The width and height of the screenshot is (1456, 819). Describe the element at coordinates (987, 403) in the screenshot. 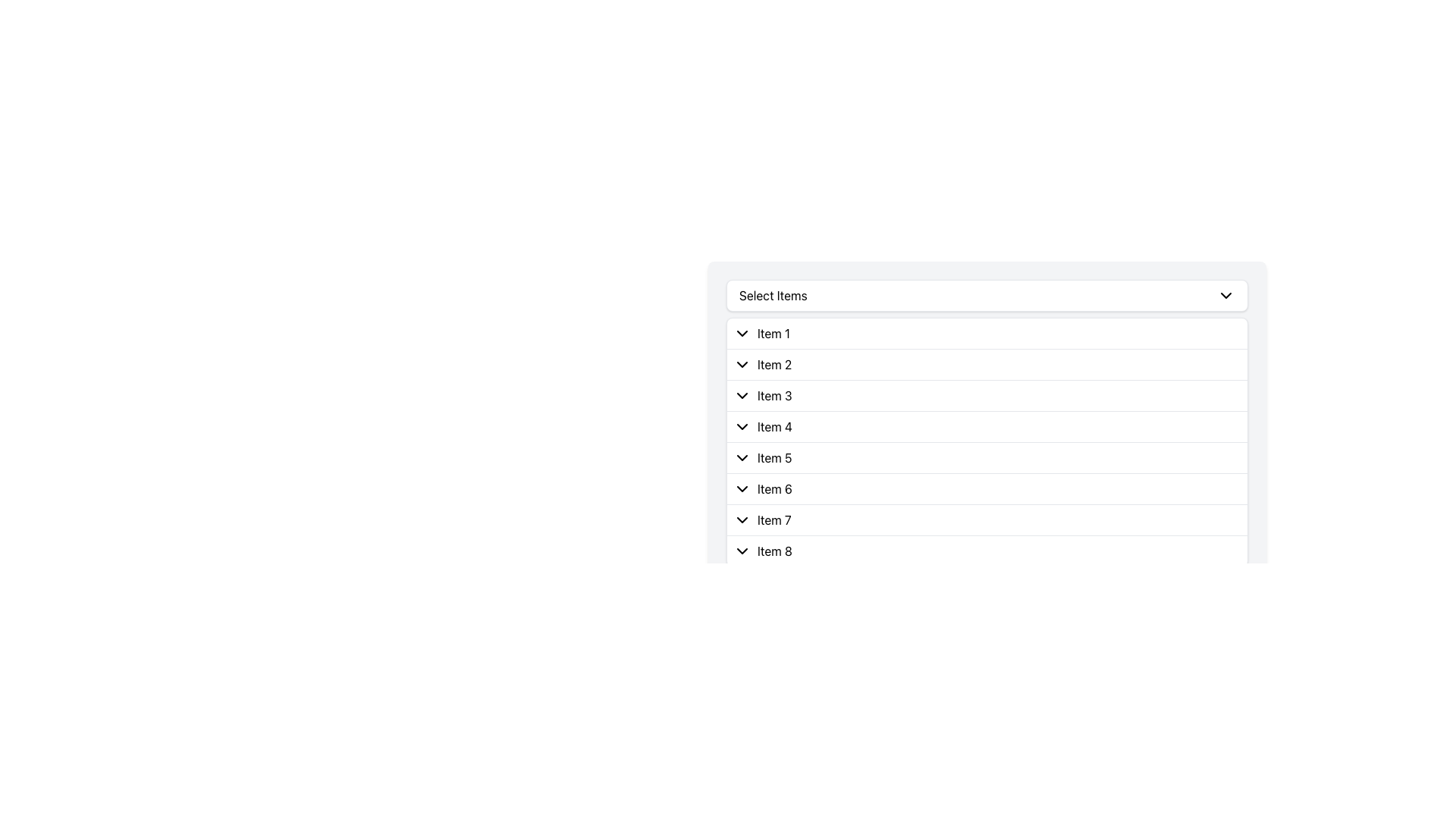

I see `the third item in the dropdown list, labeled 'Item 3'` at that location.